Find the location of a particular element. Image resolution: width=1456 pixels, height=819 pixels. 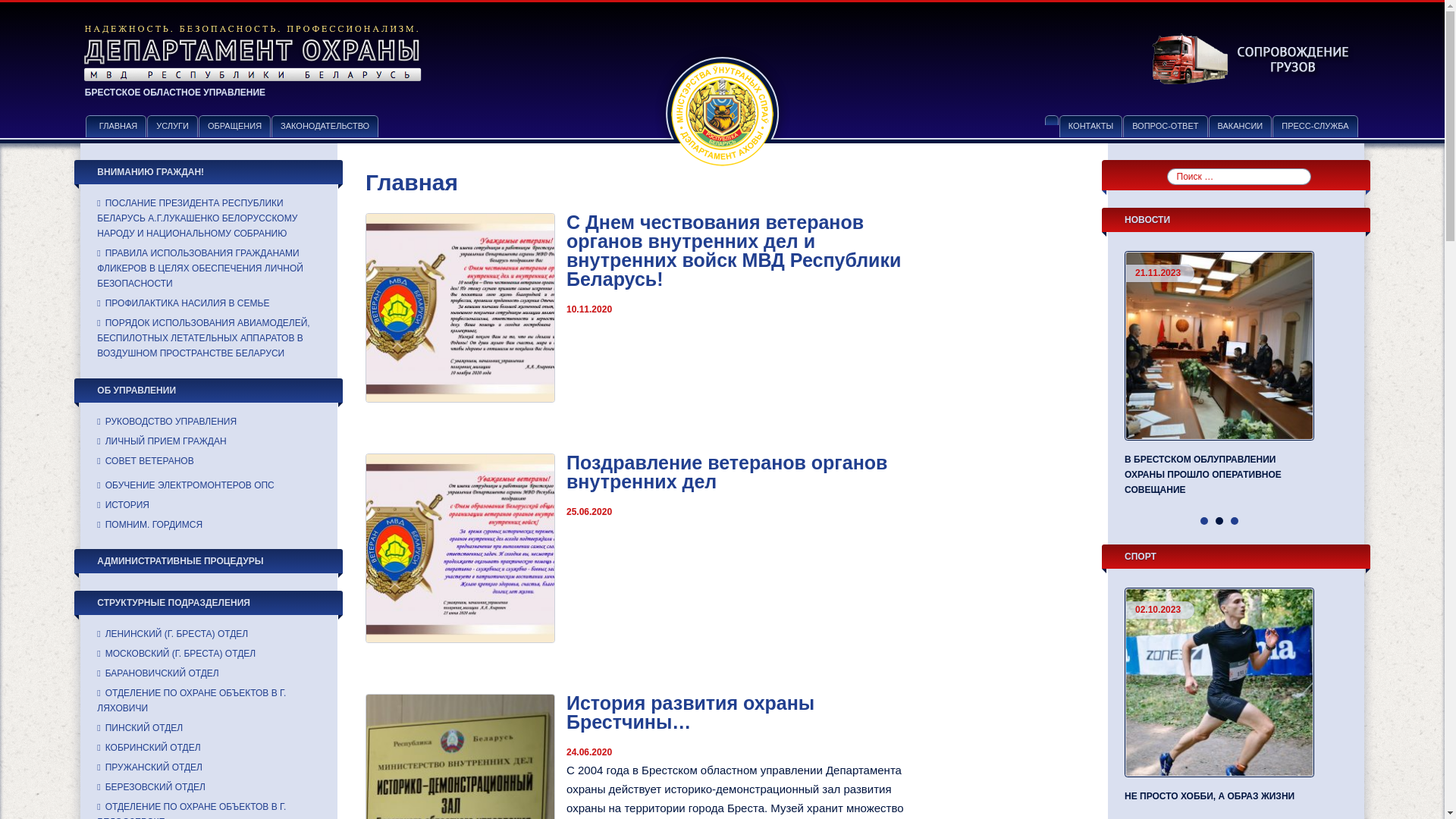

'2' is located at coordinates (1219, 519).